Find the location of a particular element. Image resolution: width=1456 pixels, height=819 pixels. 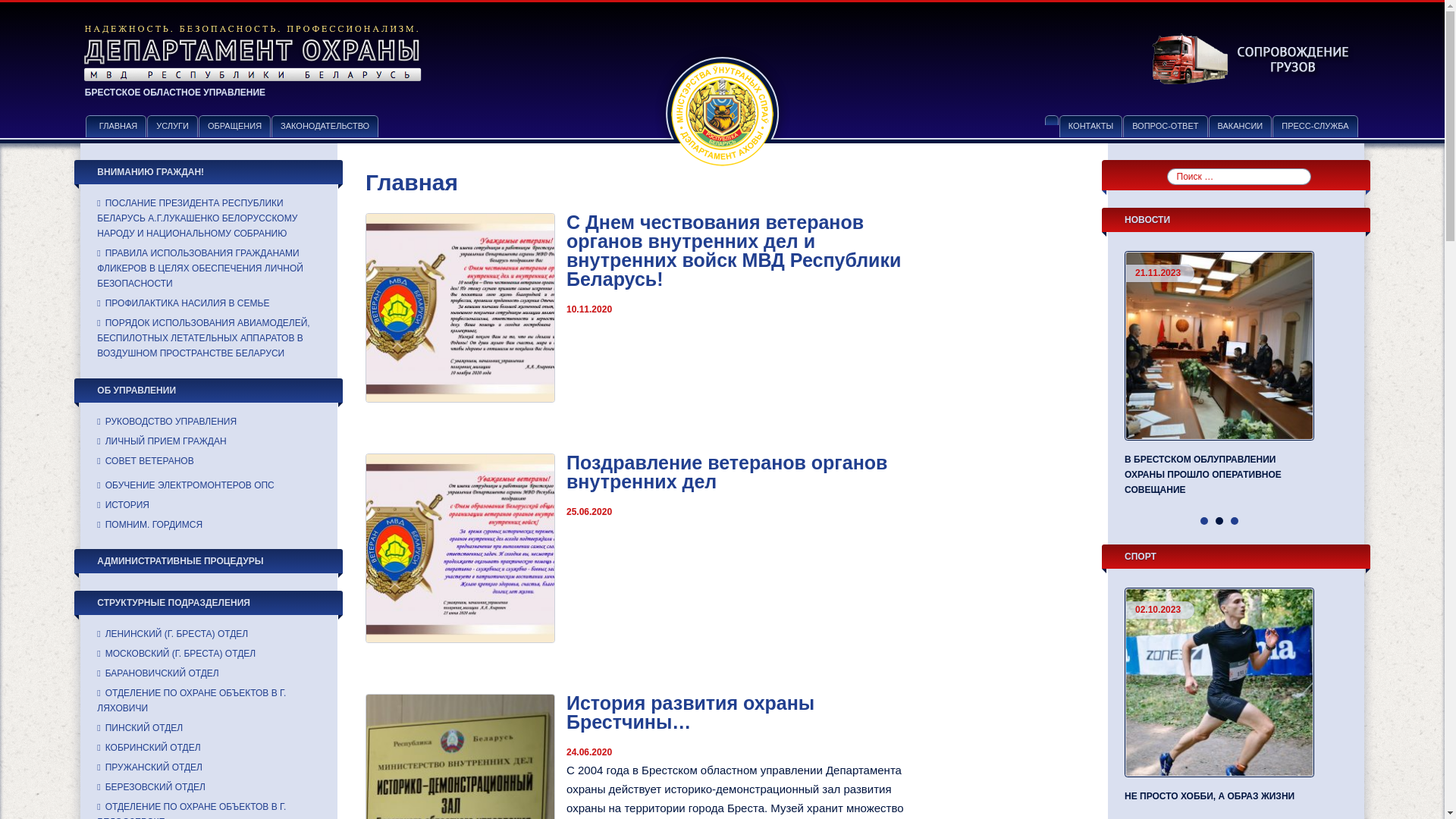

'2' is located at coordinates (1219, 519).